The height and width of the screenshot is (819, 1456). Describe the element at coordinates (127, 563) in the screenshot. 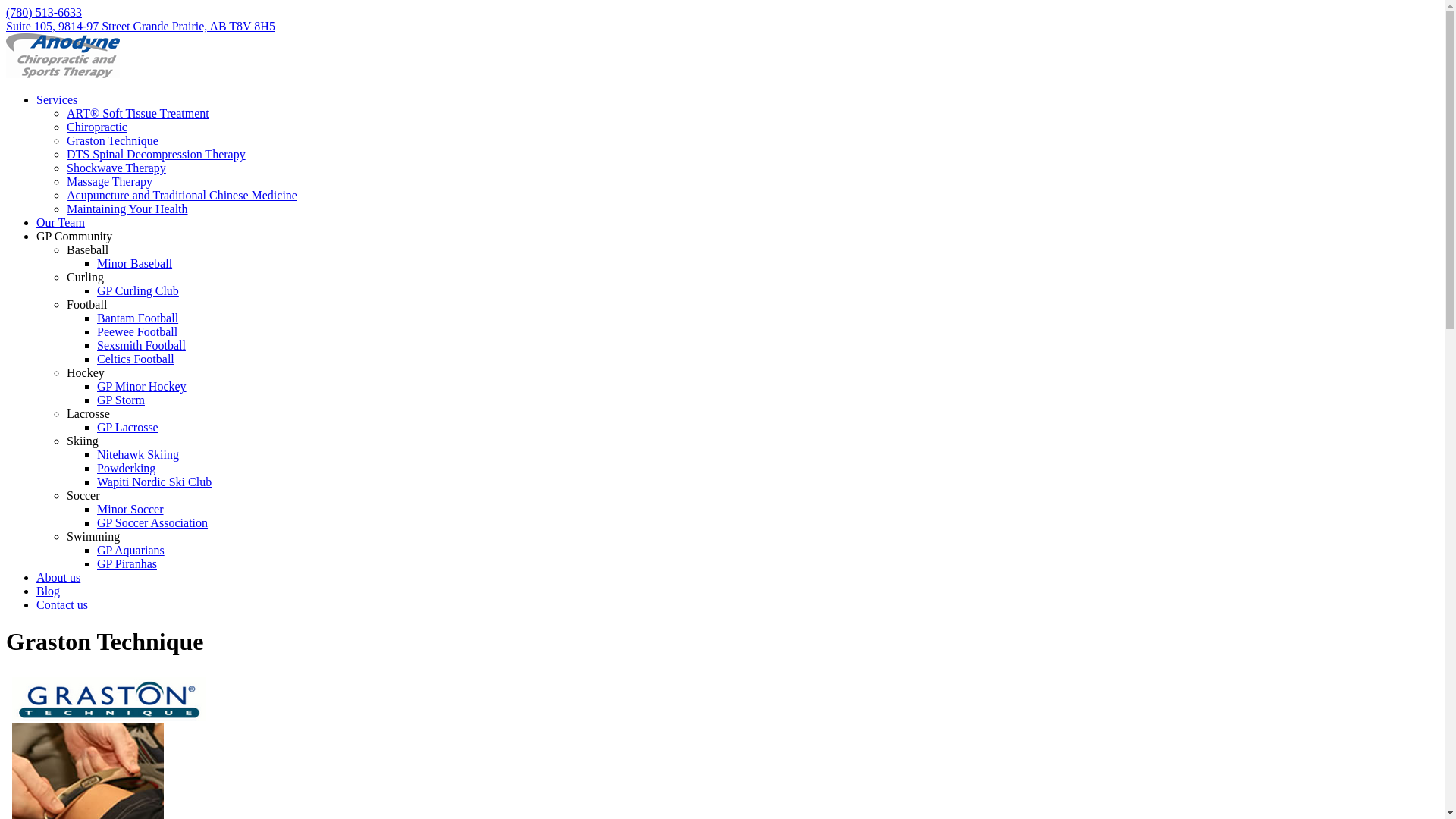

I see `'GP Piranhas'` at that location.